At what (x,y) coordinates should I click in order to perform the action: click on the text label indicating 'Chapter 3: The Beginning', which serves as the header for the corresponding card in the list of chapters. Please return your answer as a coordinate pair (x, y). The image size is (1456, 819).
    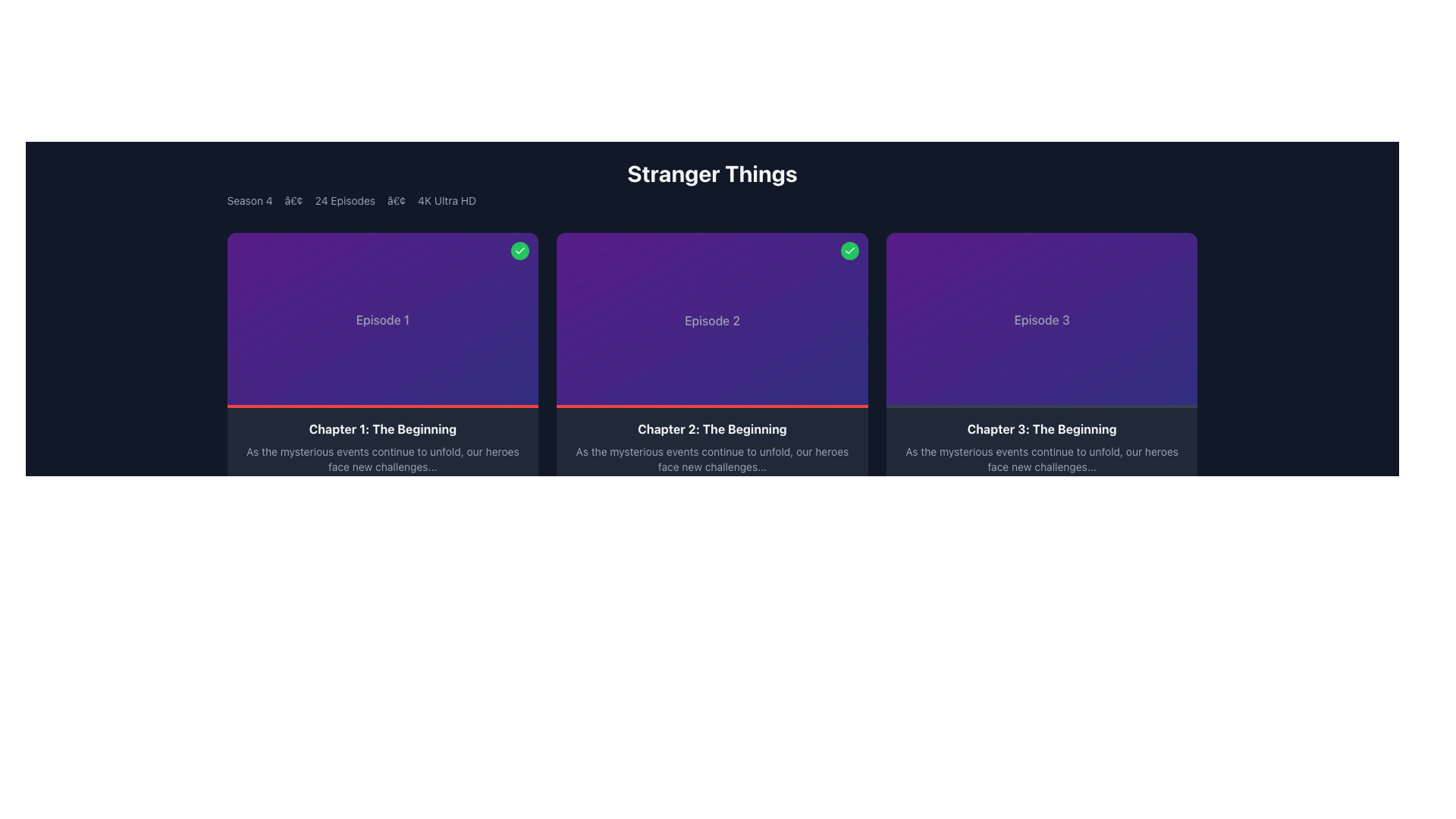
    Looking at the image, I should click on (1041, 429).